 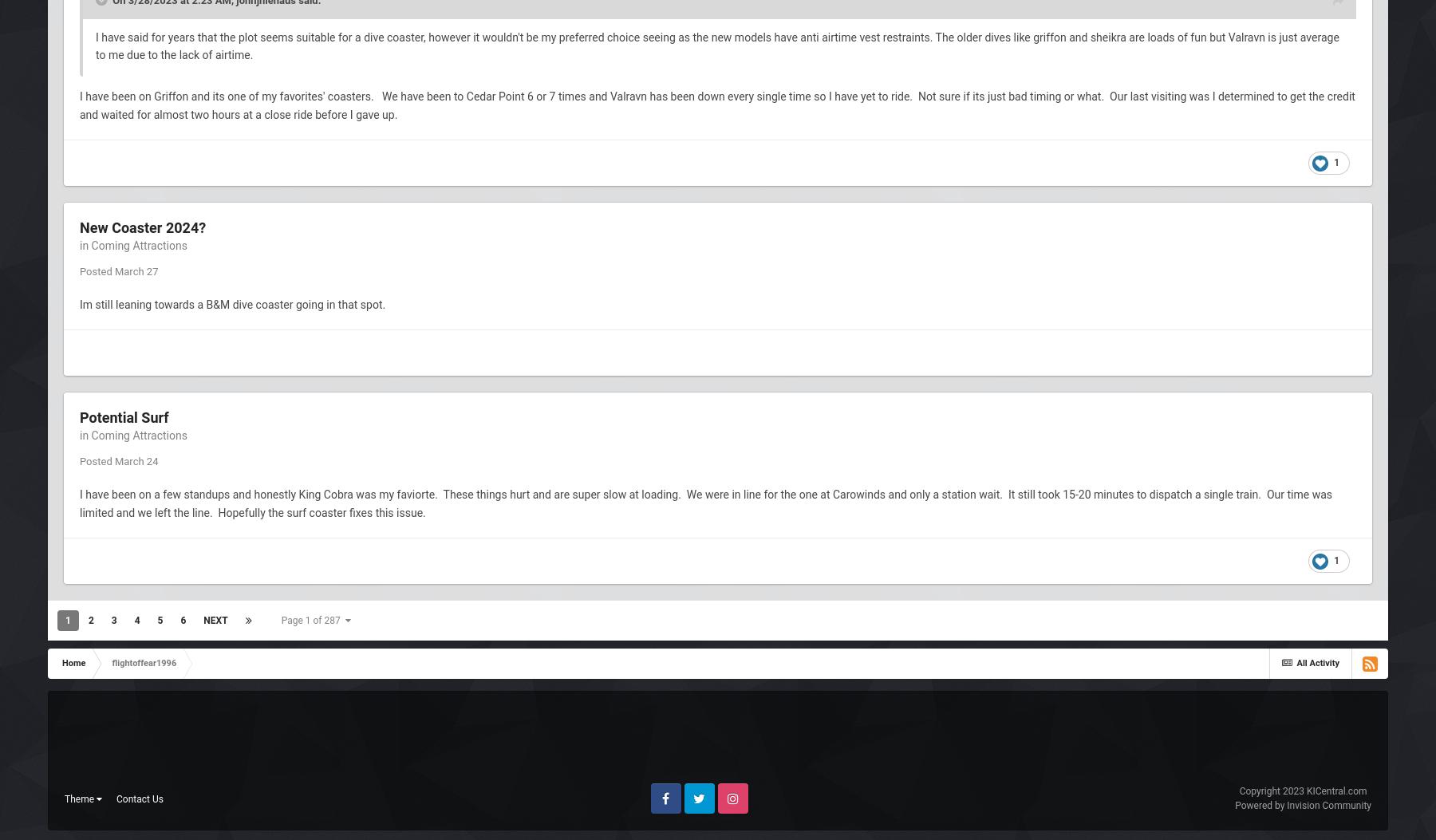 What do you see at coordinates (133, 620) in the screenshot?
I see `'4'` at bounding box center [133, 620].